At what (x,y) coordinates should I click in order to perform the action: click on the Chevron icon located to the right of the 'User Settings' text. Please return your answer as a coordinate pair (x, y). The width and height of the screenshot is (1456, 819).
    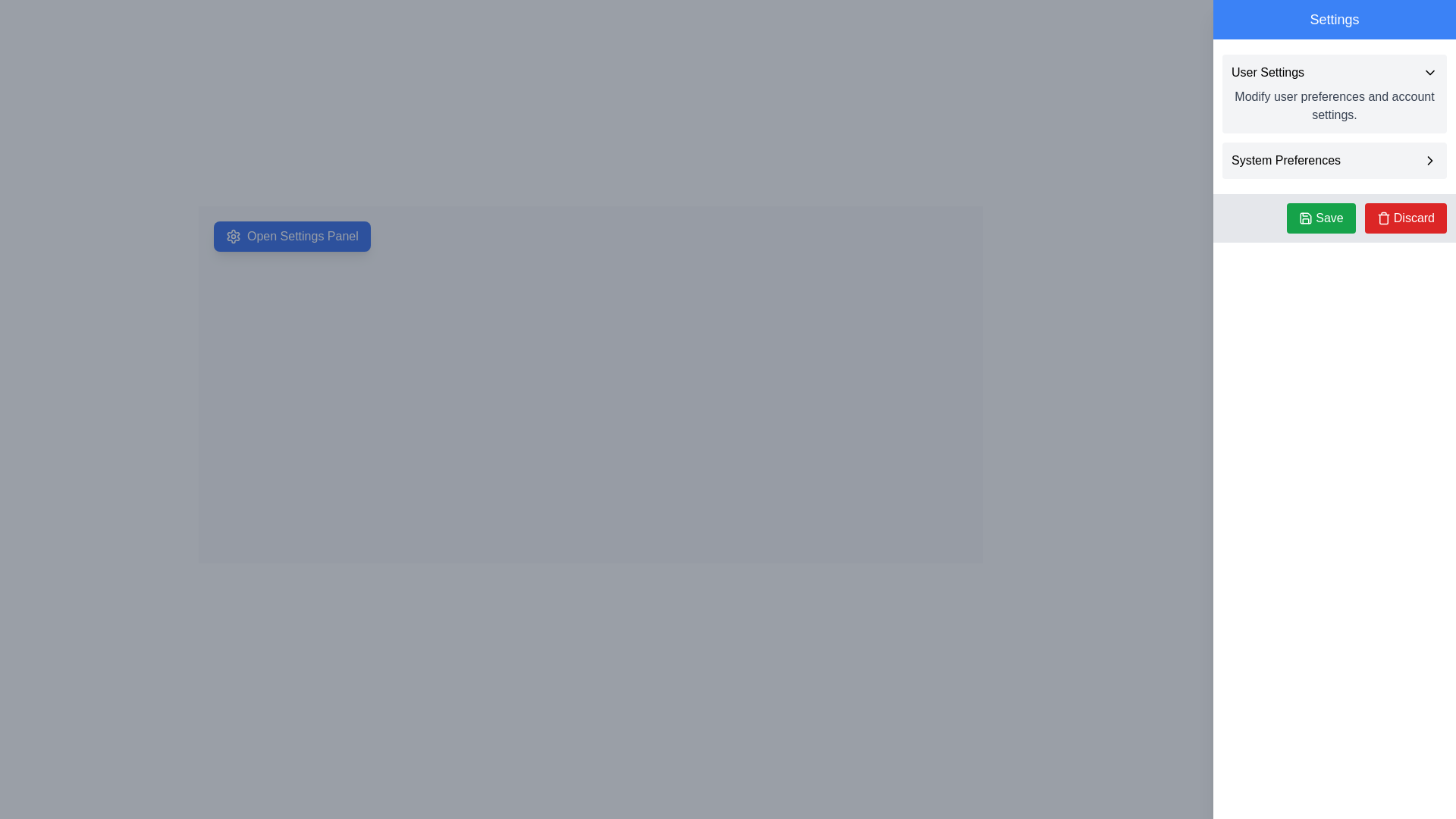
    Looking at the image, I should click on (1429, 73).